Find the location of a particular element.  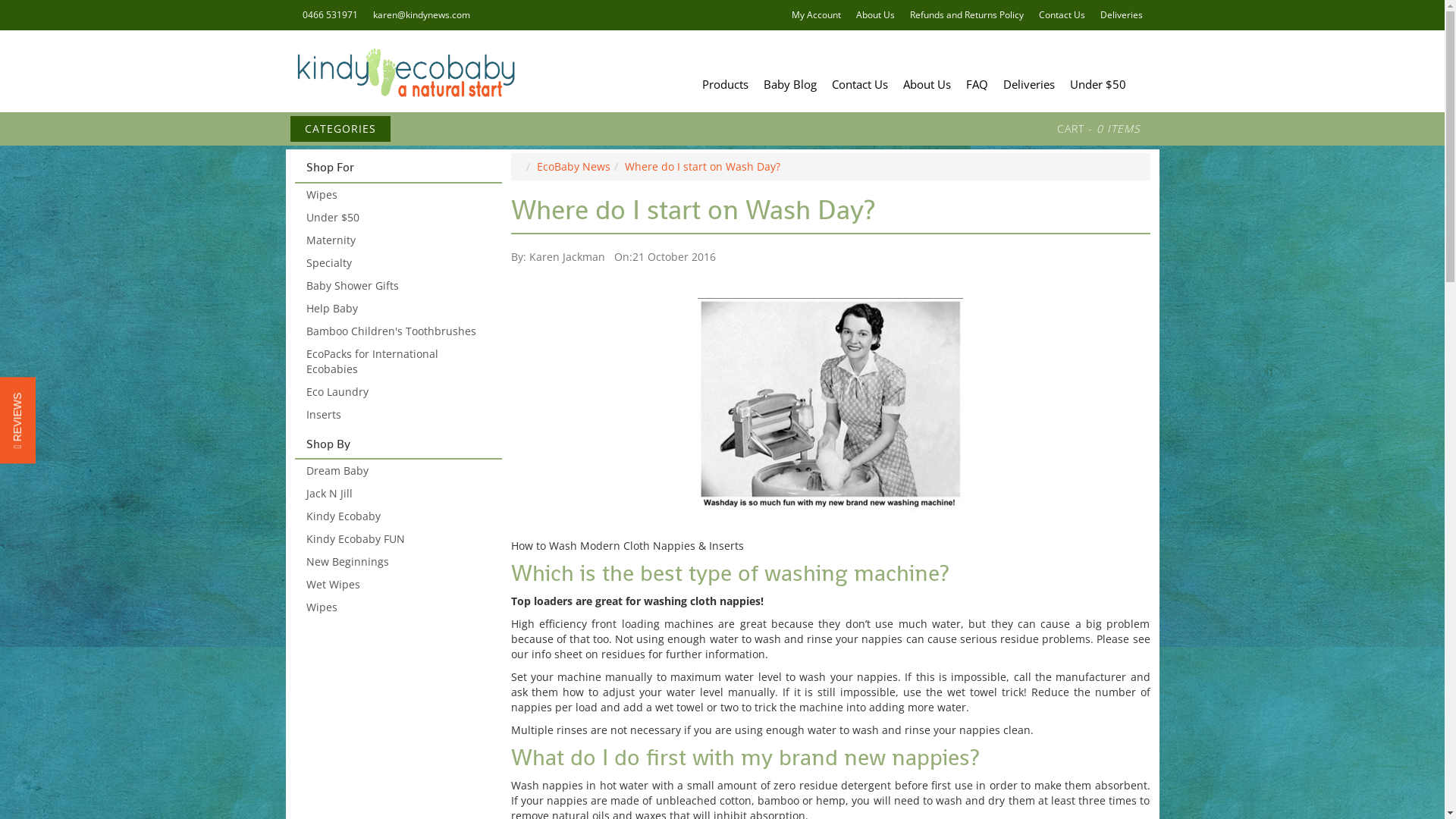

'My Account' is located at coordinates (815, 14).